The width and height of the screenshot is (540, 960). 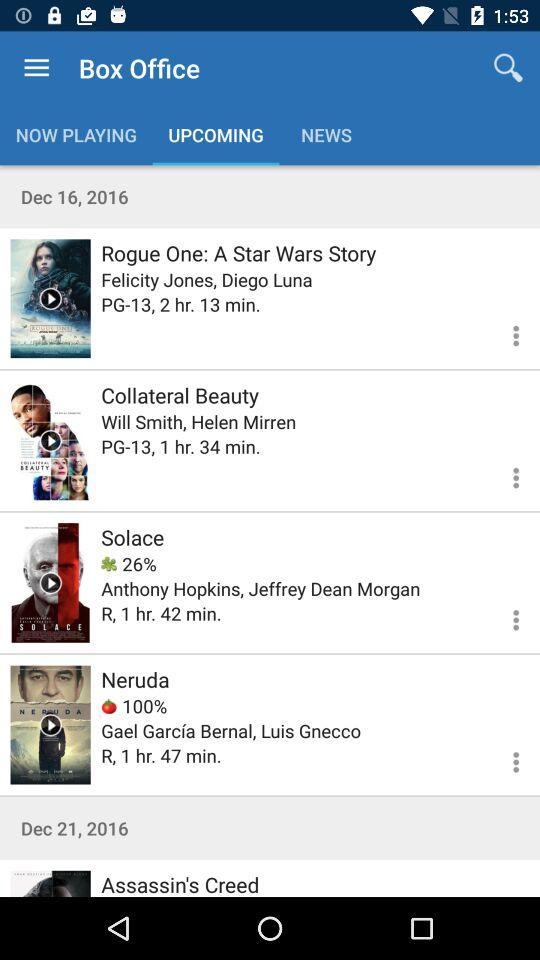 What do you see at coordinates (50, 297) in the screenshot?
I see `video` at bounding box center [50, 297].